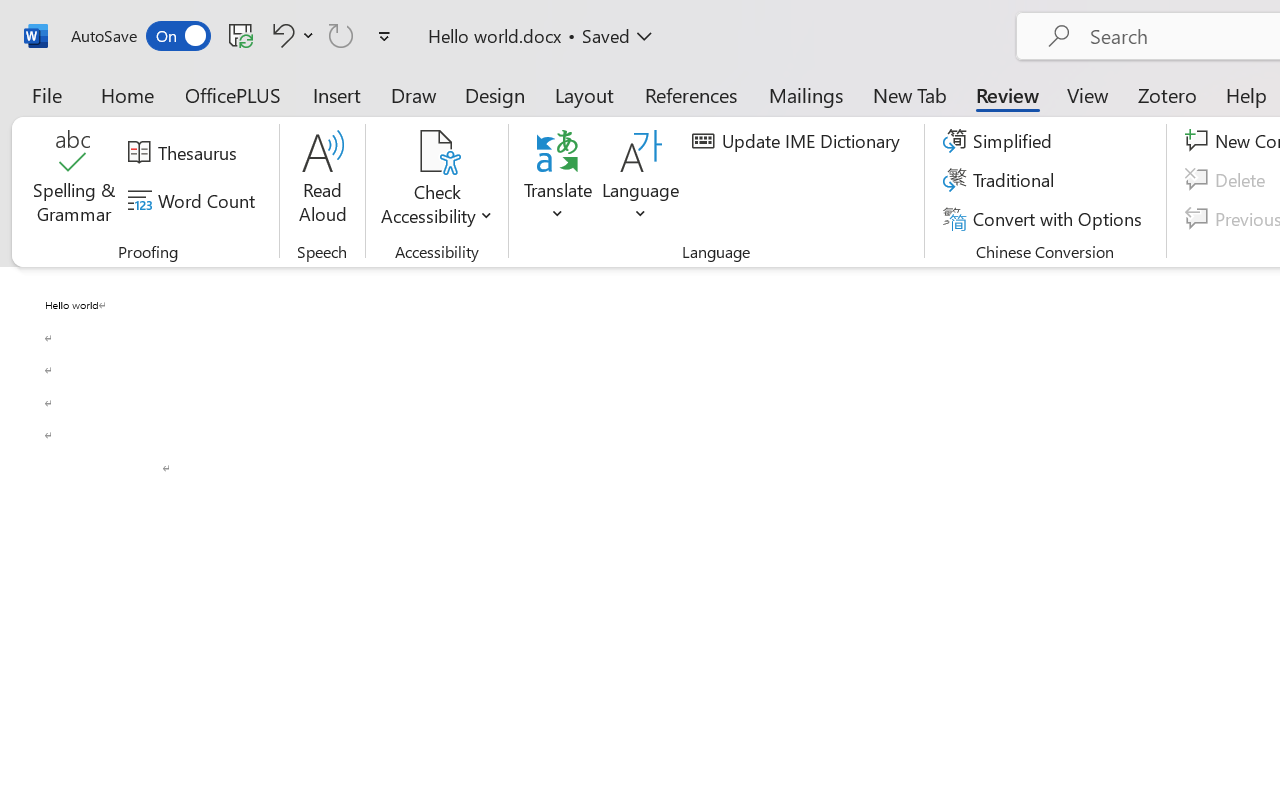 This screenshot has width=1280, height=800. Describe the element at coordinates (234, 35) in the screenshot. I see `'Quick Access Toolbar'` at that location.